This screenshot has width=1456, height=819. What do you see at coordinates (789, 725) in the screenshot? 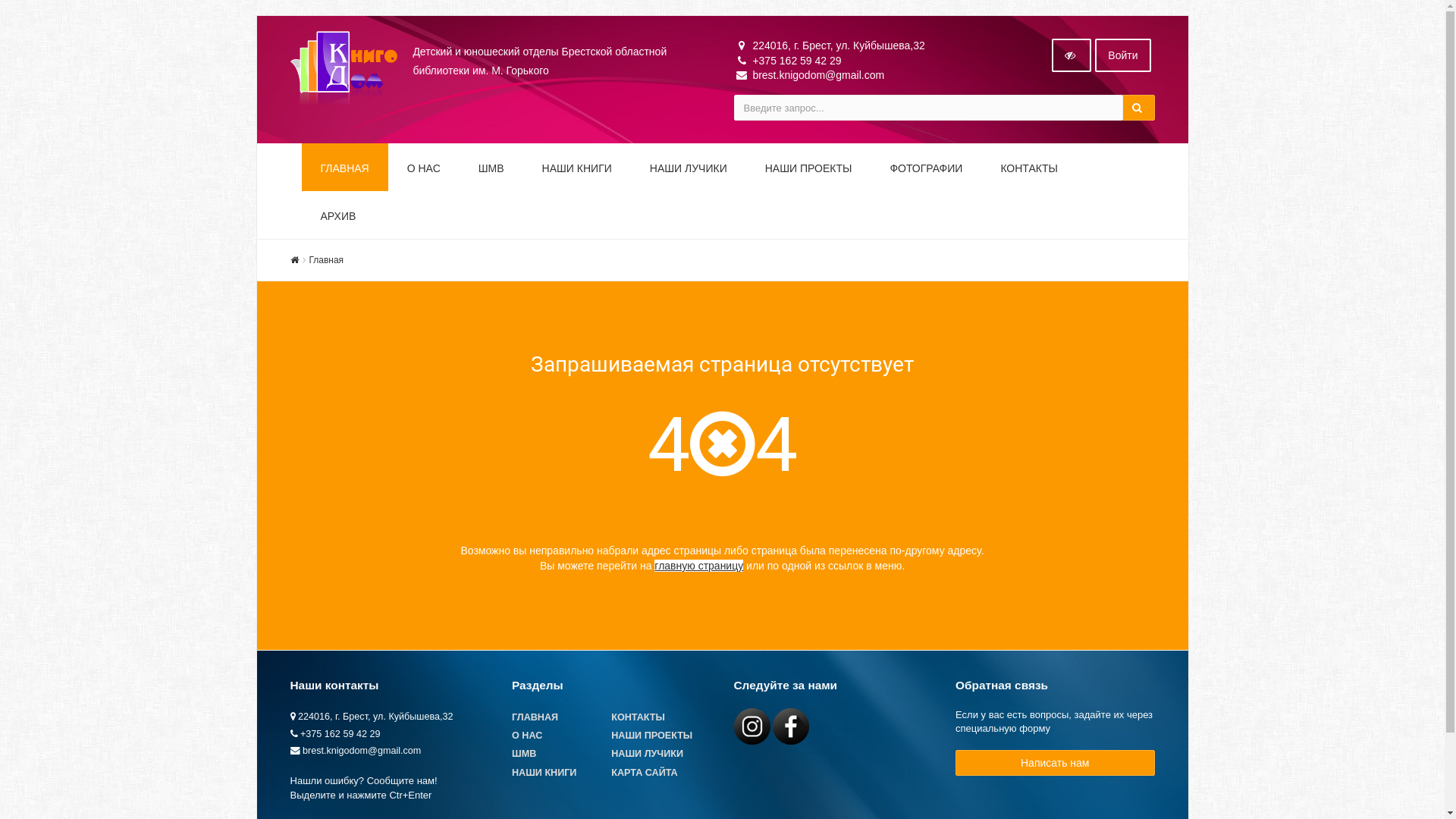
I see `'Facebook'` at bounding box center [789, 725].